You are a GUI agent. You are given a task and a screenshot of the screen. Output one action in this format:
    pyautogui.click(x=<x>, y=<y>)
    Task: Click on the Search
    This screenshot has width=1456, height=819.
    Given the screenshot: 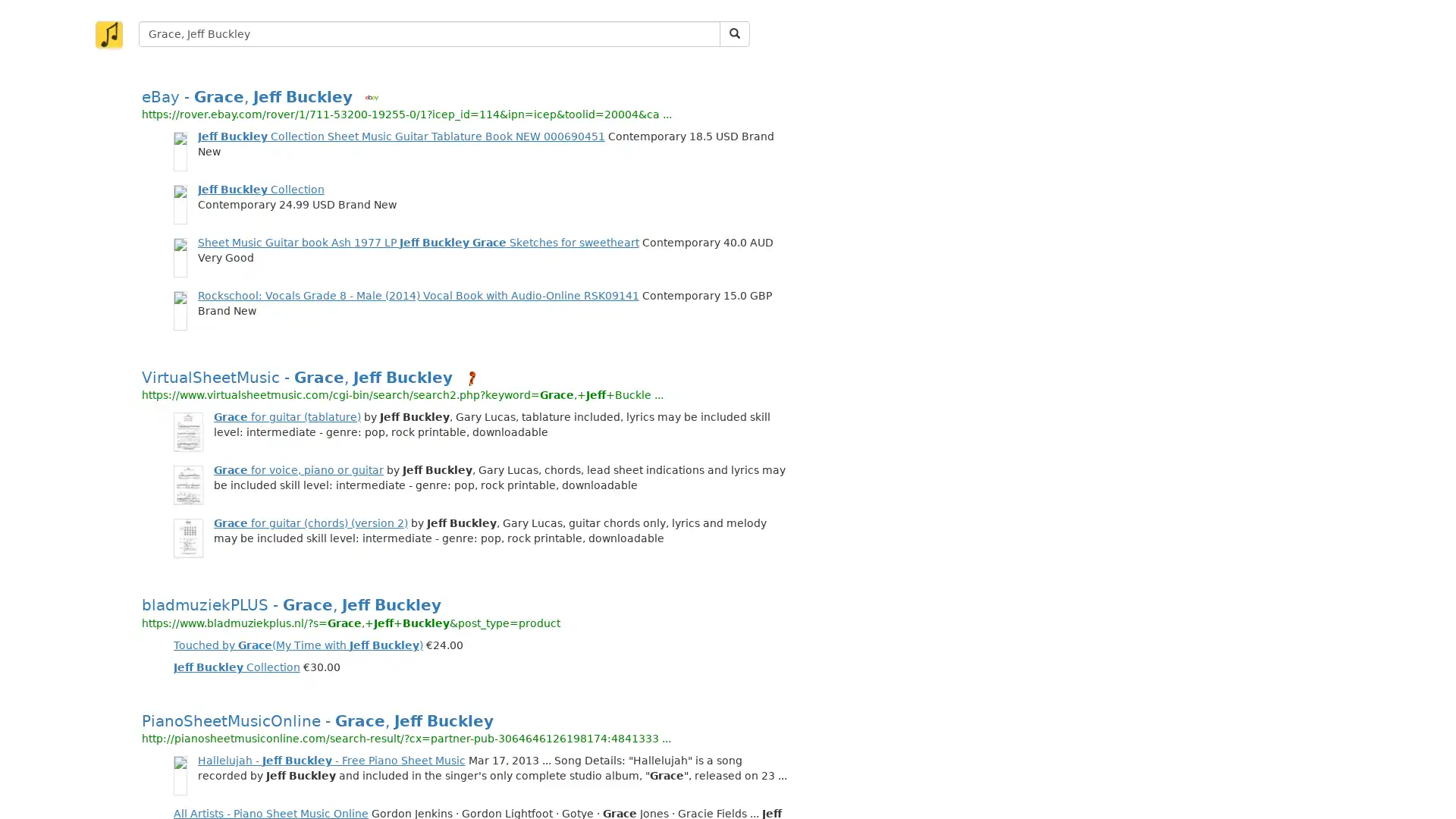 What is the action you would take?
    pyautogui.click(x=735, y=34)
    